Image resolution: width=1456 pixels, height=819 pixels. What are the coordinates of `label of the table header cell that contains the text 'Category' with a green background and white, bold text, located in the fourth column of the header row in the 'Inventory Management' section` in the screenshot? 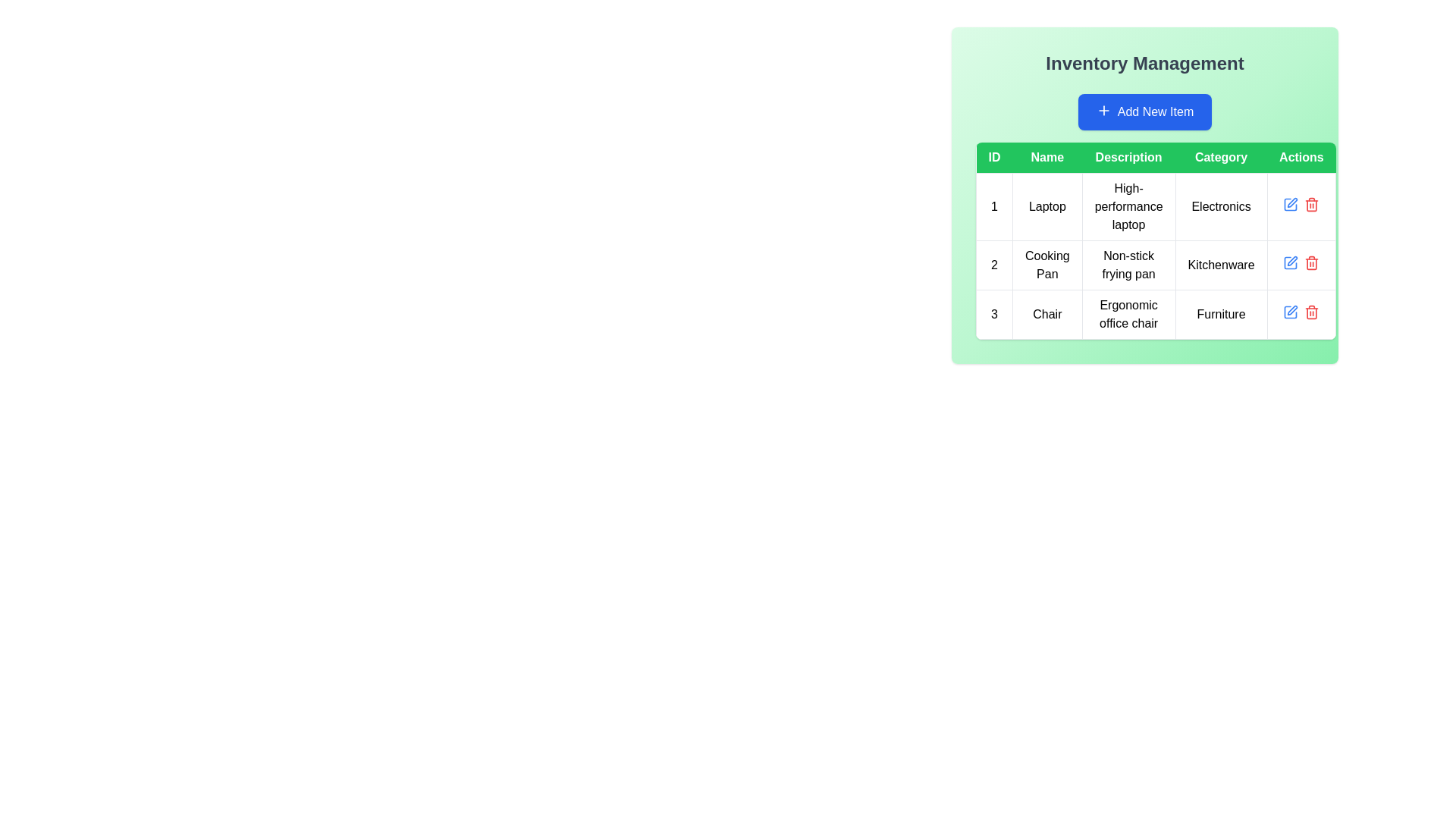 It's located at (1221, 158).